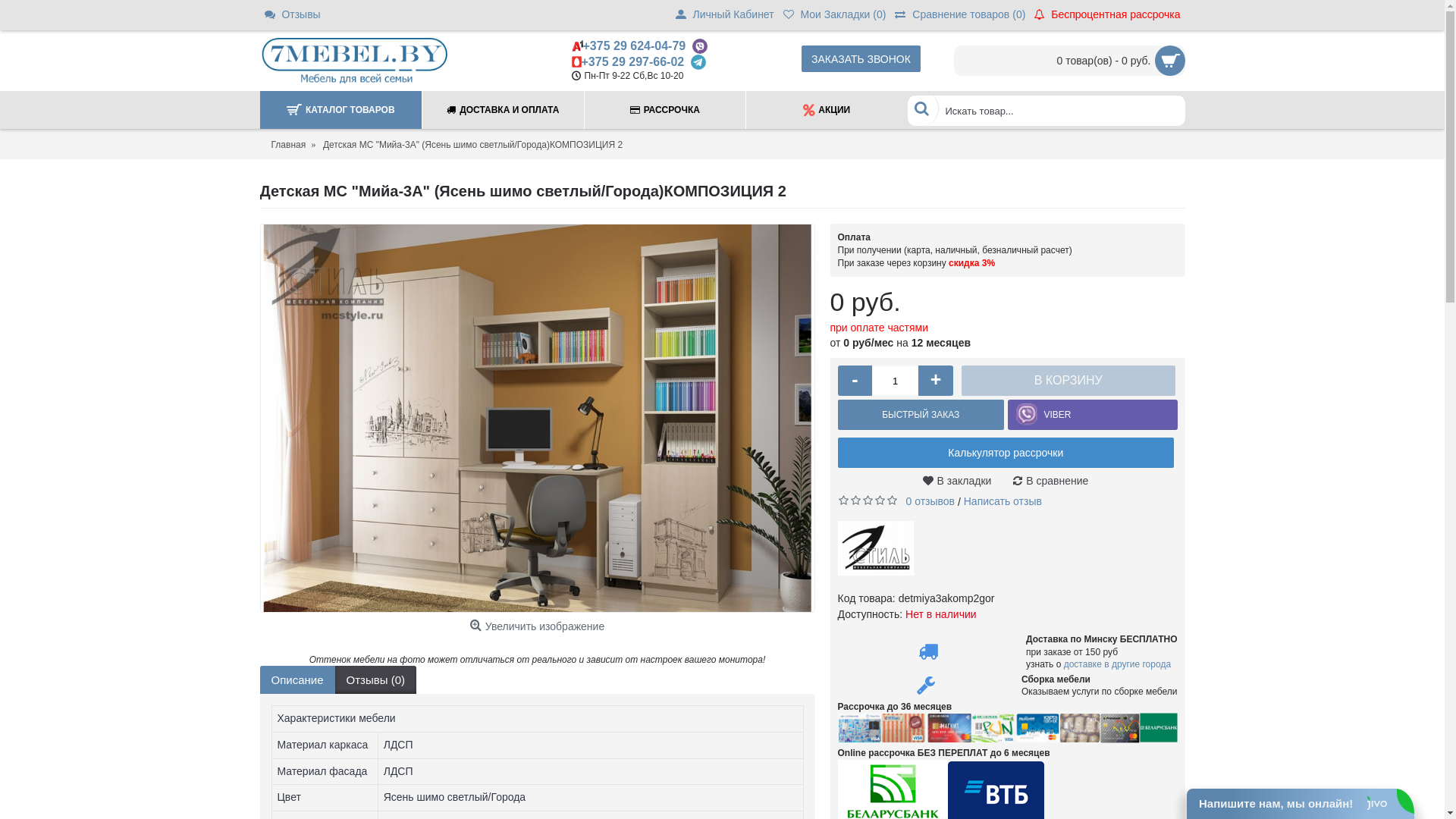 The image size is (1456, 819). What do you see at coordinates (917, 379) in the screenshot?
I see `'+'` at bounding box center [917, 379].